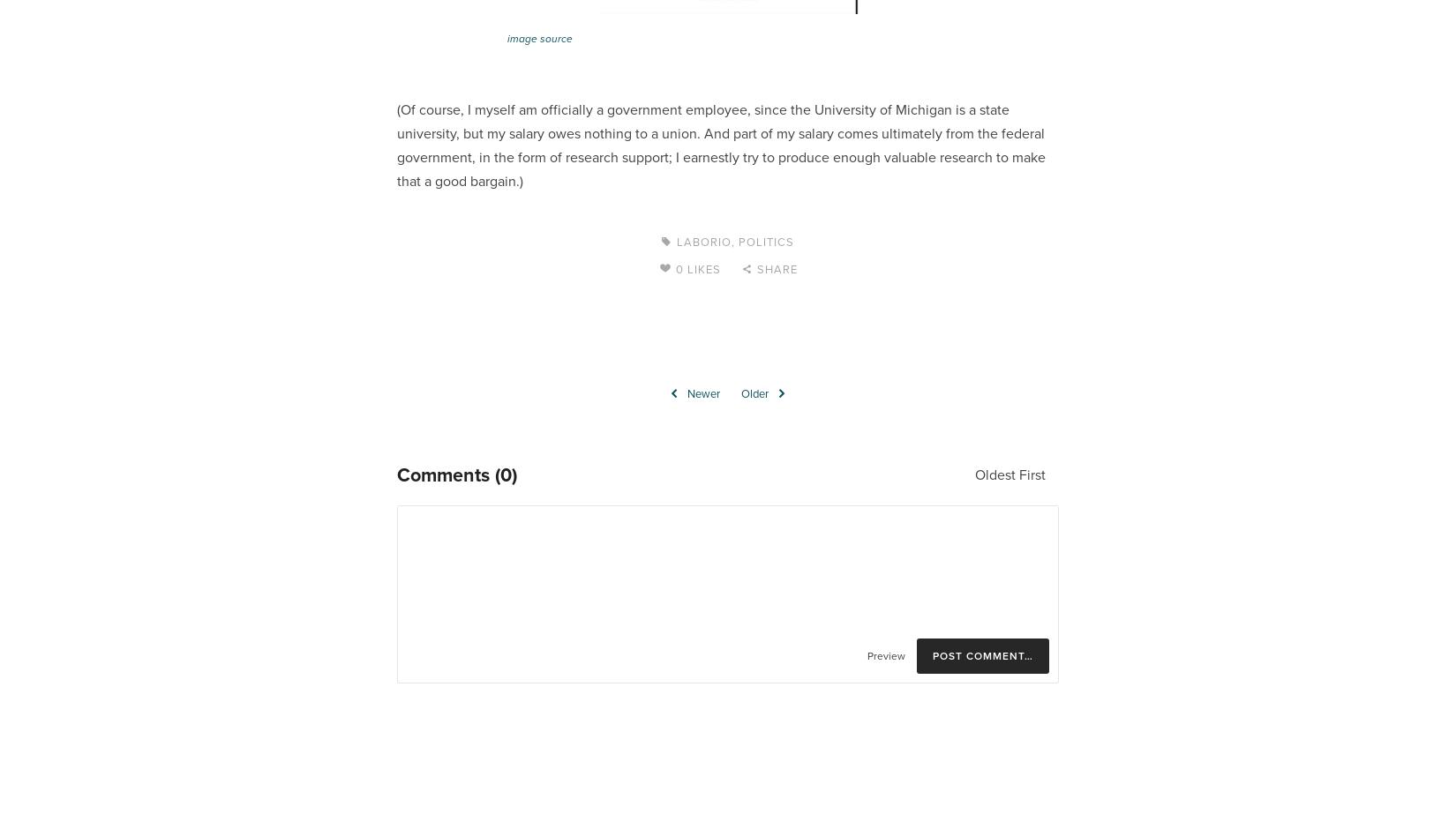 The height and width of the screenshot is (814, 1456). Describe the element at coordinates (702, 392) in the screenshot. I see `'Newer'` at that location.